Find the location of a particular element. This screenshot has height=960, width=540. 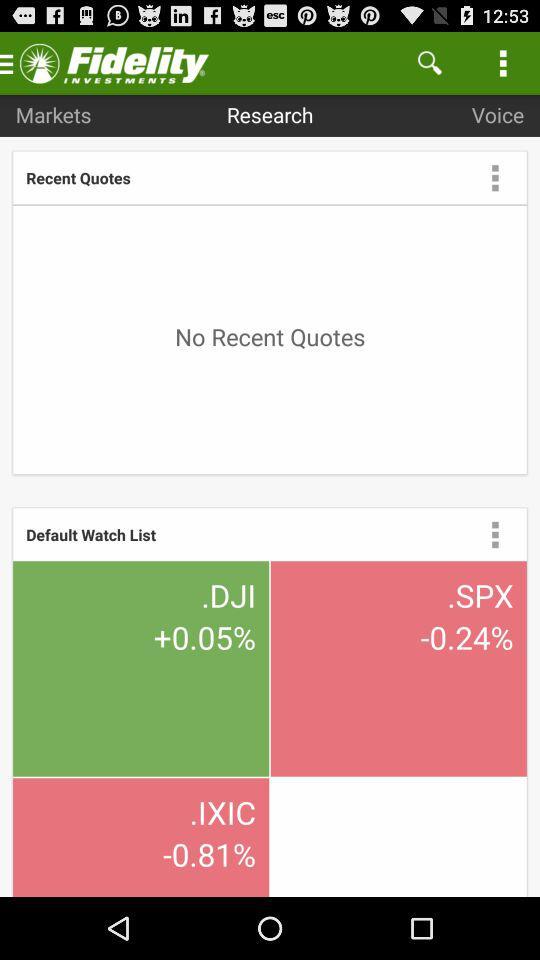

the more icon is located at coordinates (494, 190).